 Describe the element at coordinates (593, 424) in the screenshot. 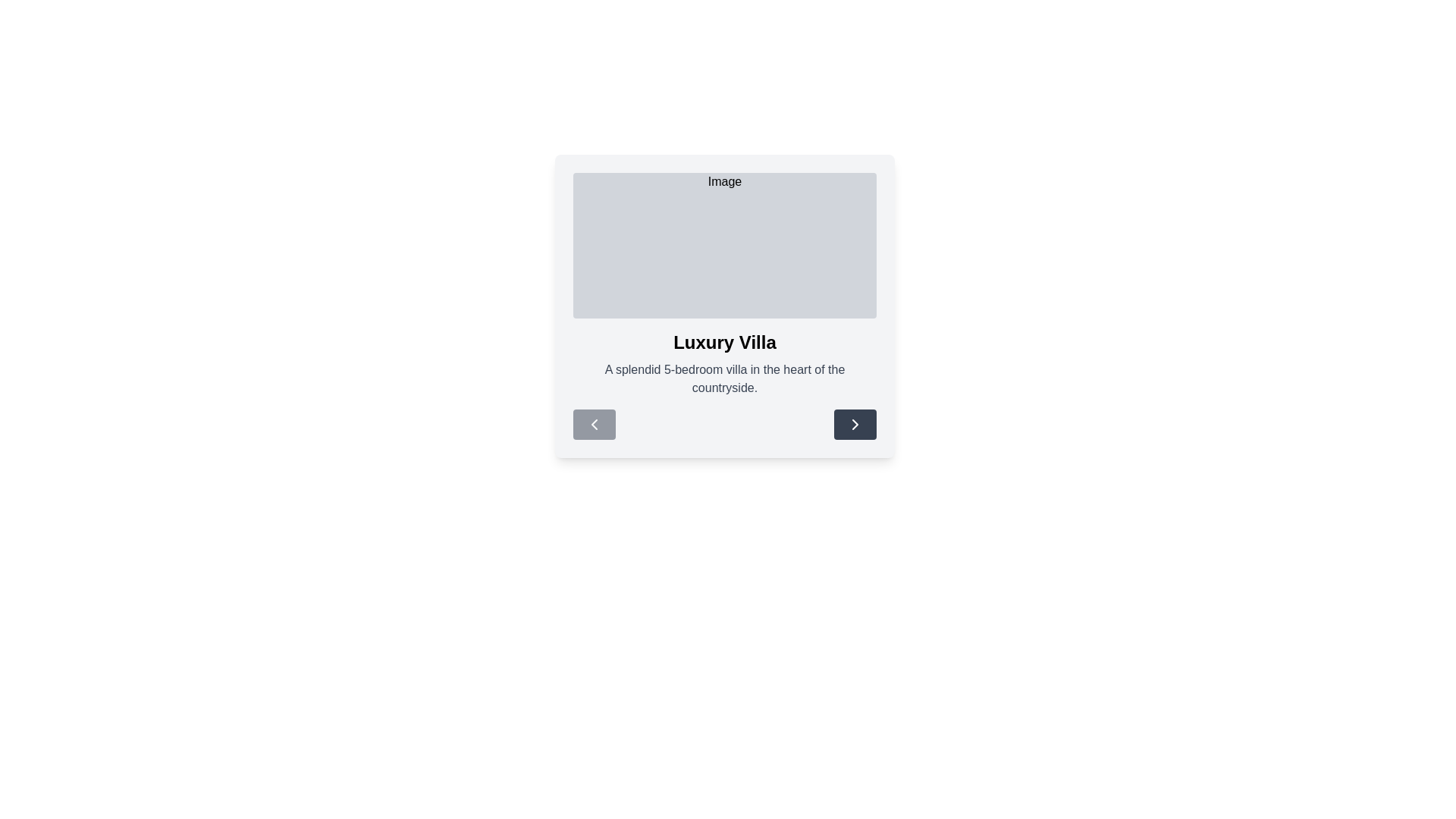

I see `the chevron icon within the button located in the lower-left corner of the Luxury Villa card` at that location.